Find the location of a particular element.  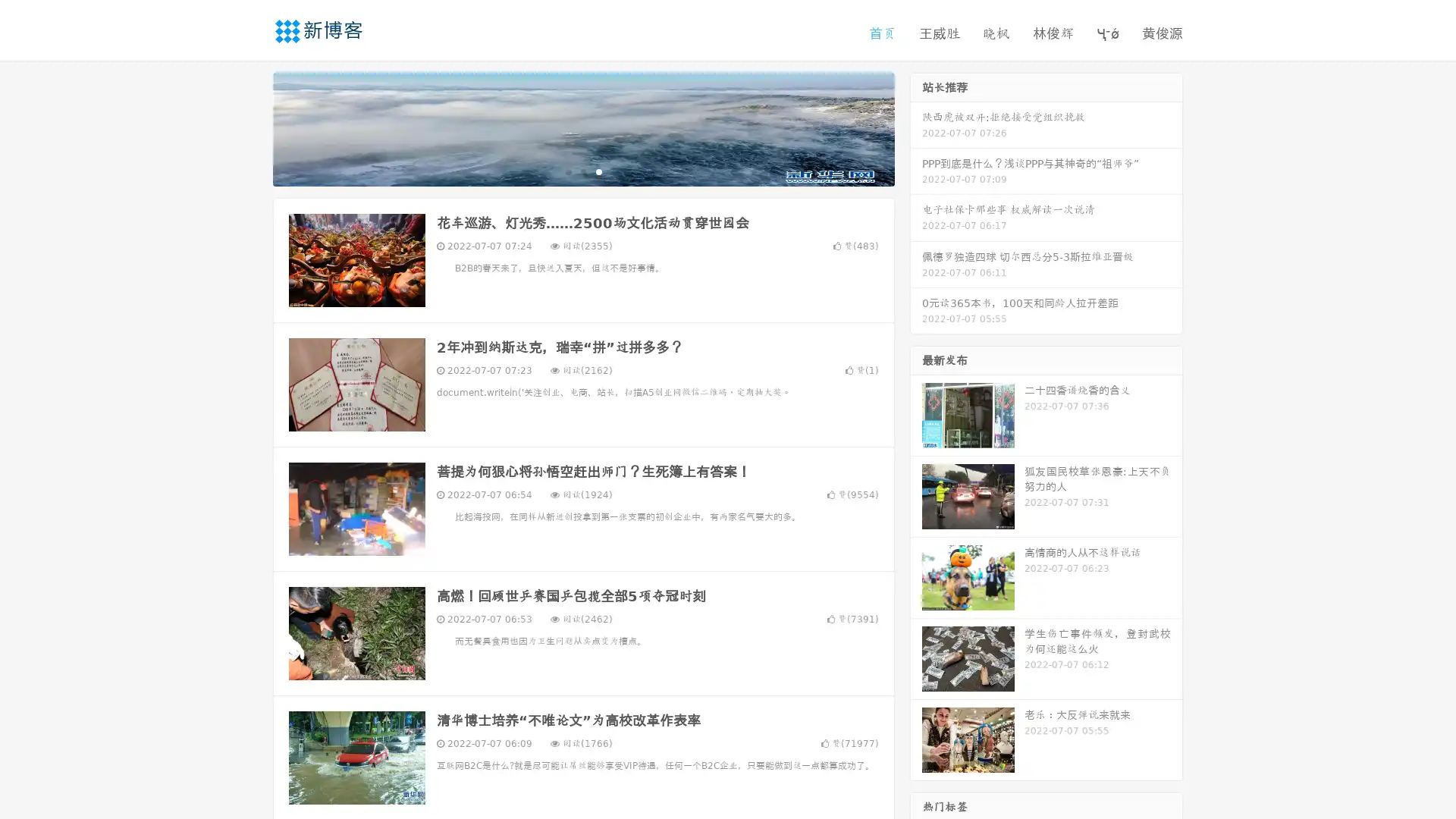

Go to slide 1 is located at coordinates (567, 171).